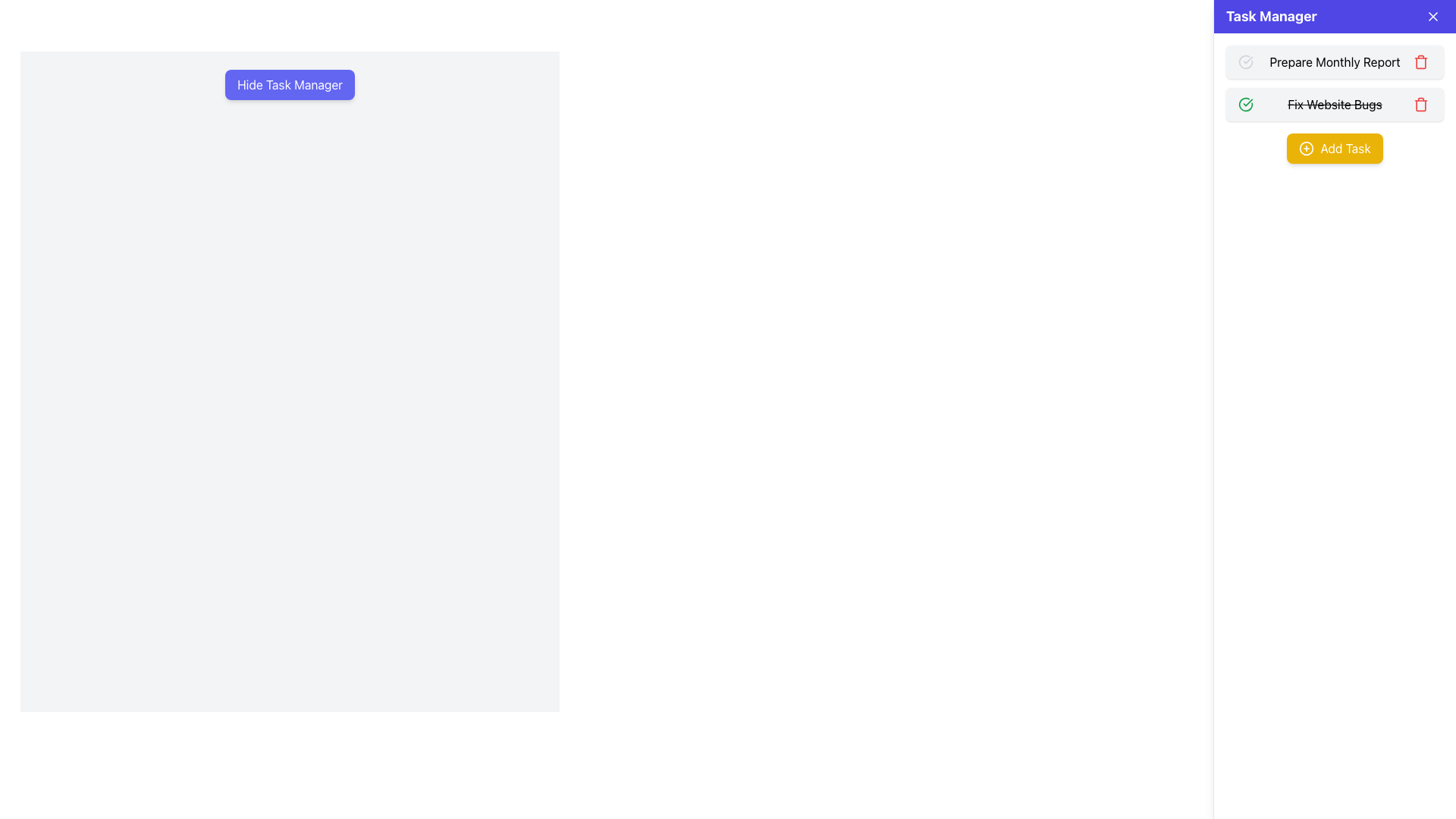  I want to click on the Text Label that serves as a title or header for the section, located at the top of the blue header bar, aligned towards the left side, so click(1271, 17).